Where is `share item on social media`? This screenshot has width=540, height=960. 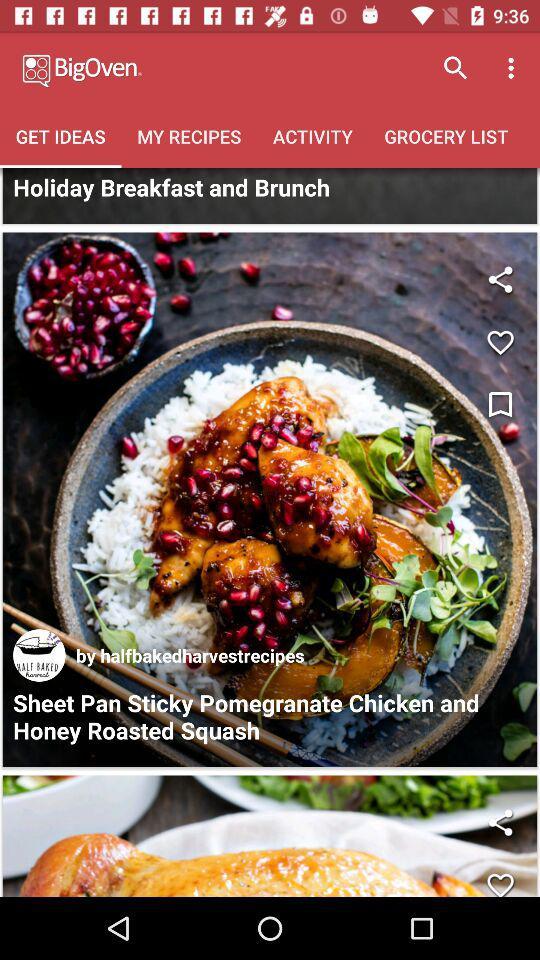
share item on social media is located at coordinates (499, 822).